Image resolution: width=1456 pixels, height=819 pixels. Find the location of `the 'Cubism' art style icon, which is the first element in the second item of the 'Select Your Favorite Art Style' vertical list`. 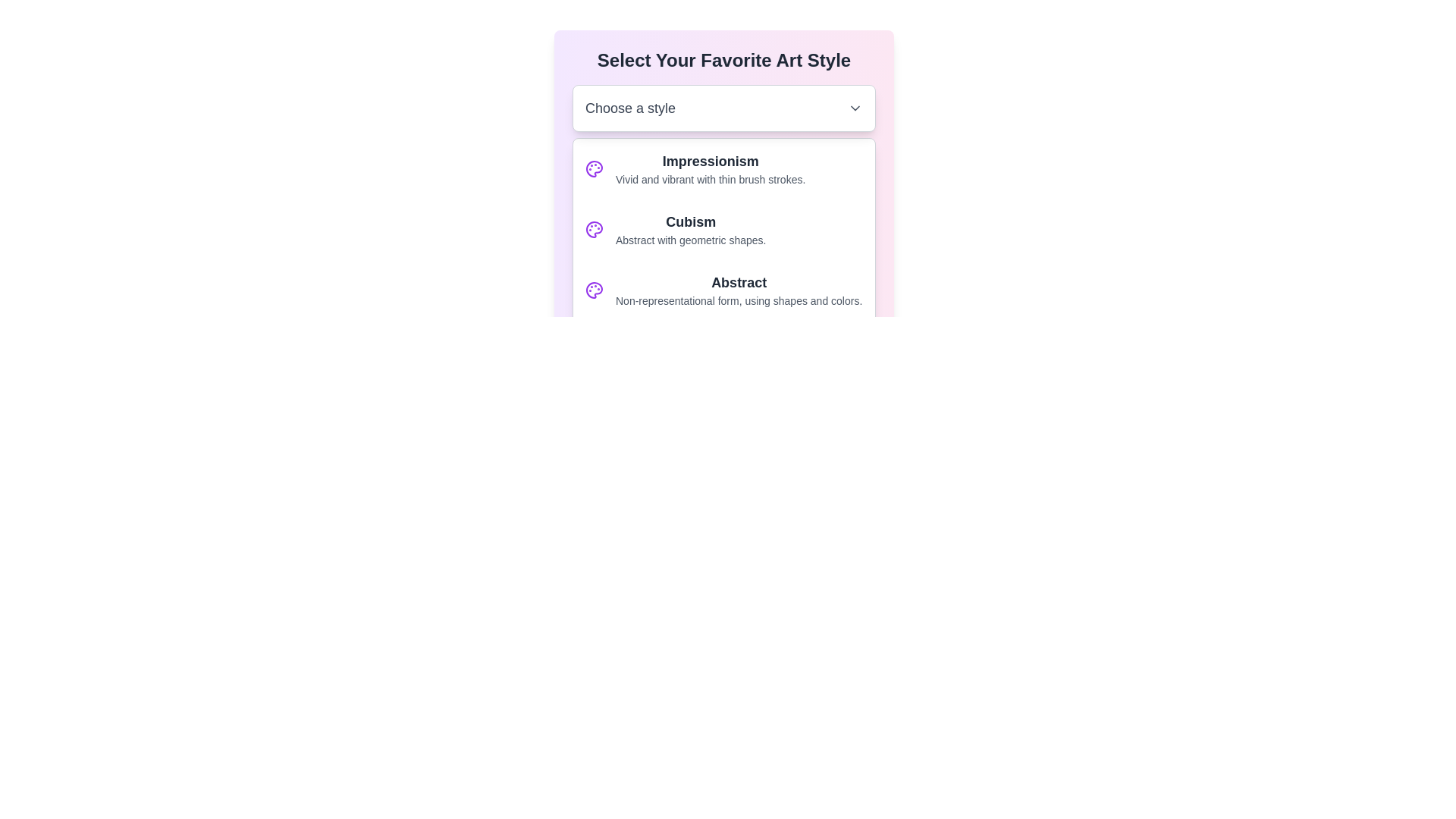

the 'Cubism' art style icon, which is the first element in the second item of the 'Select Your Favorite Art Style' vertical list is located at coordinates (593, 230).